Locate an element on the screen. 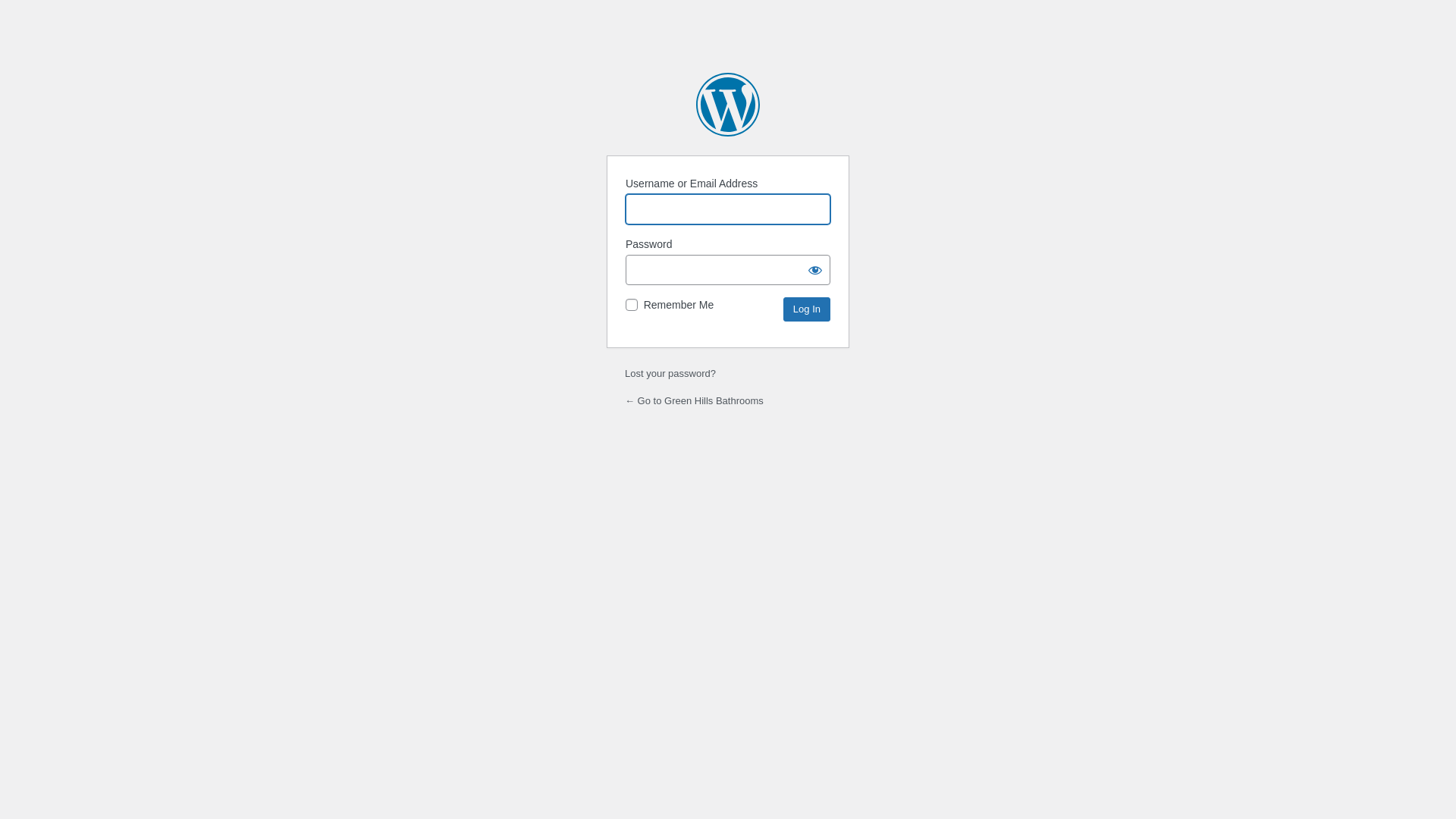 The height and width of the screenshot is (819, 1456). 'Lost your password?' is located at coordinates (669, 373).